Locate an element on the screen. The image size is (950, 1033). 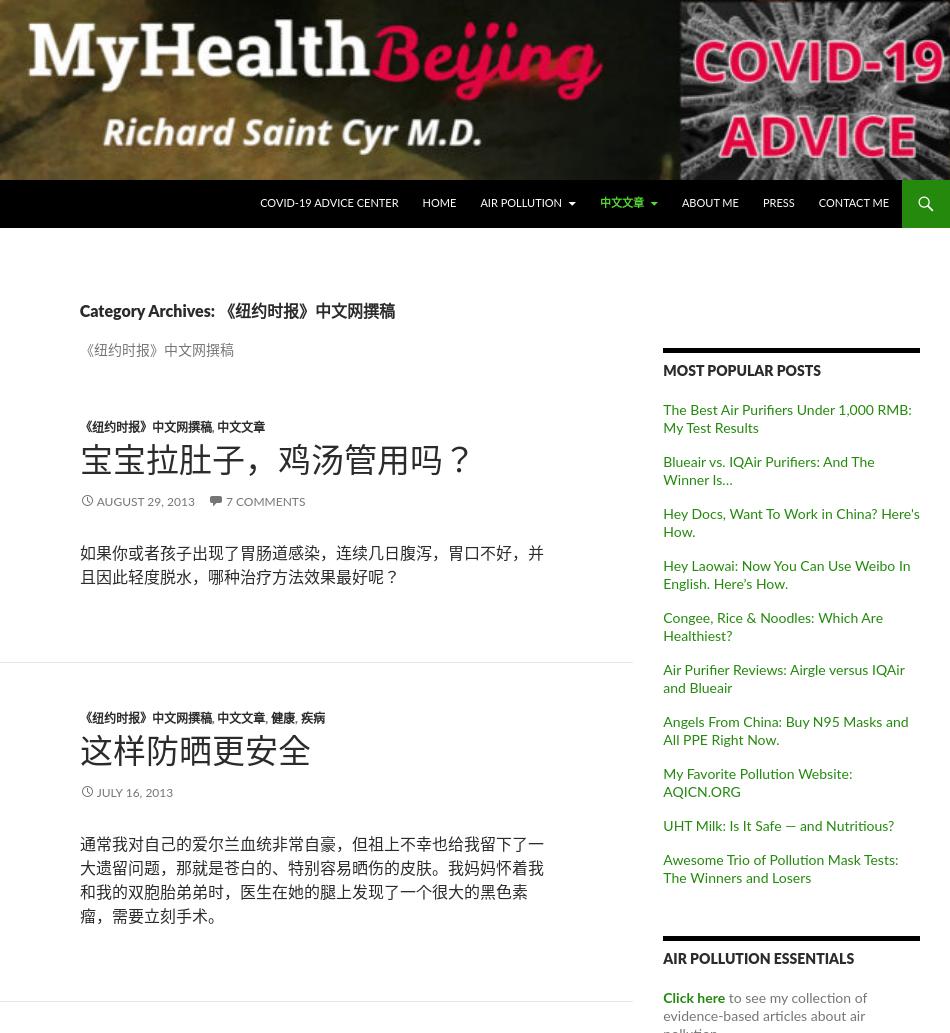
'Press' is located at coordinates (776, 201).